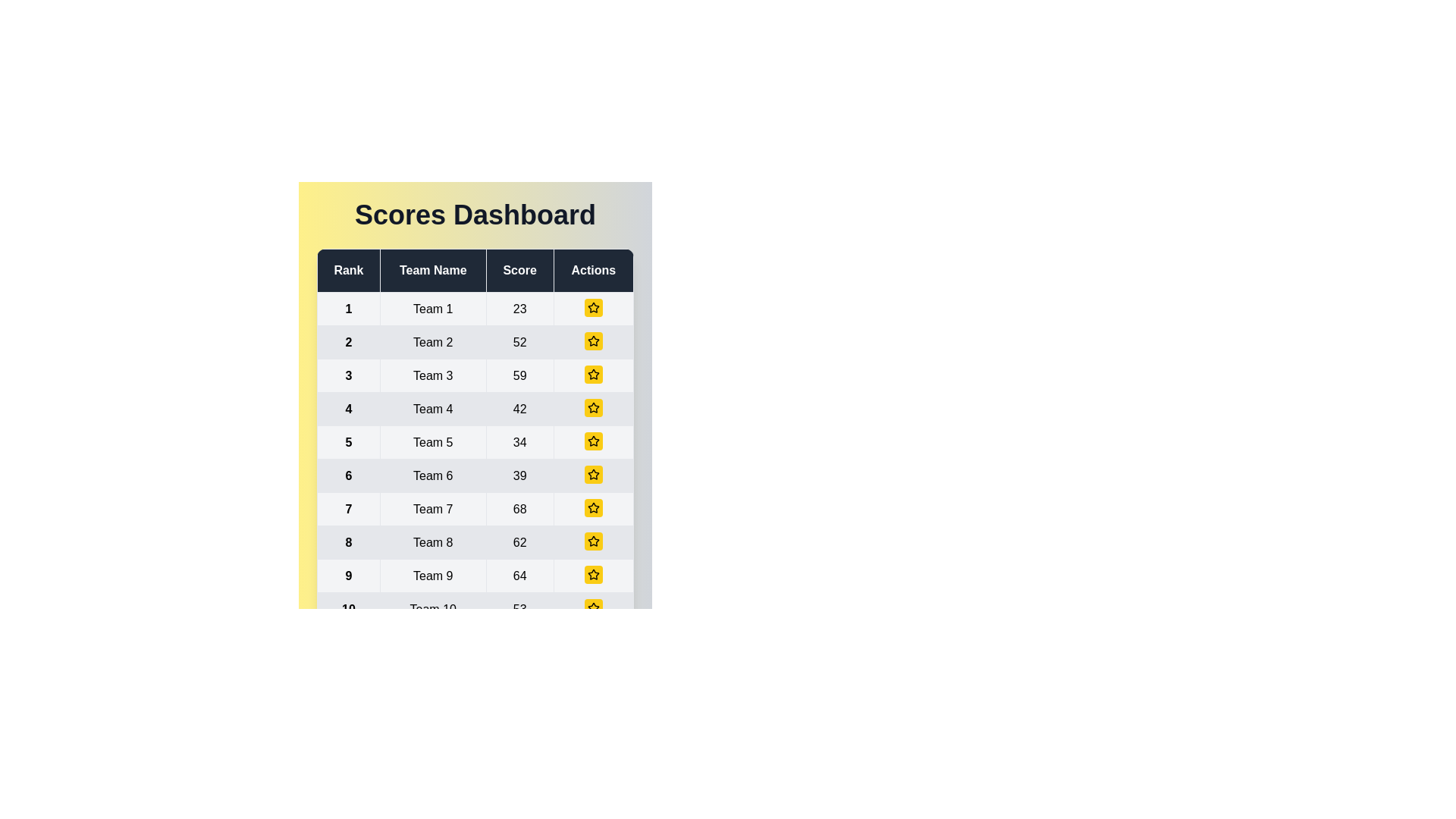  I want to click on the column header for Score to sort the table by that column, so click(519, 270).